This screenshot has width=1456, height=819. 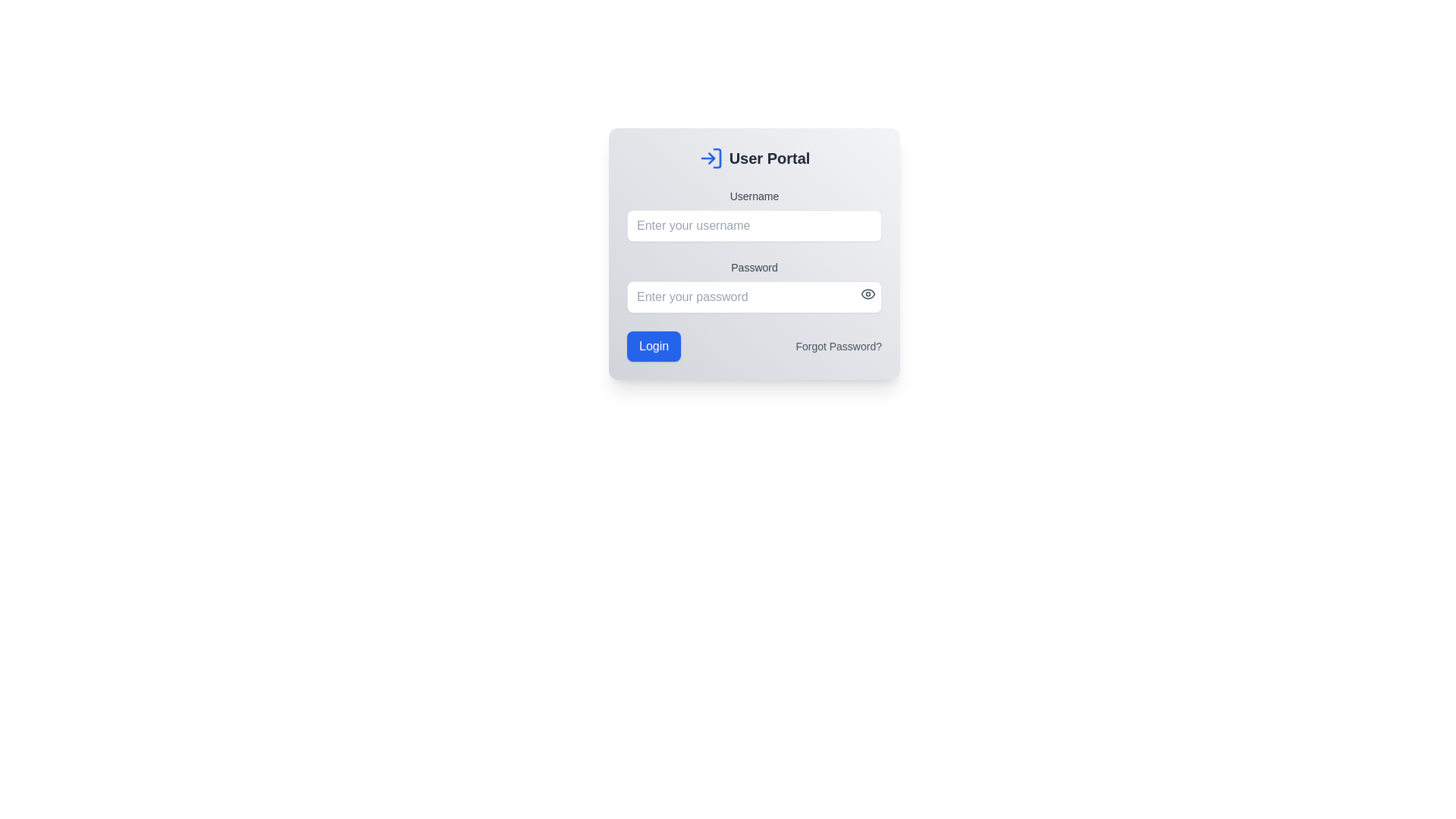 I want to click on the 'Forgot Password?' hyperlink located in the bottom-right corner of the login form interface, so click(x=838, y=346).